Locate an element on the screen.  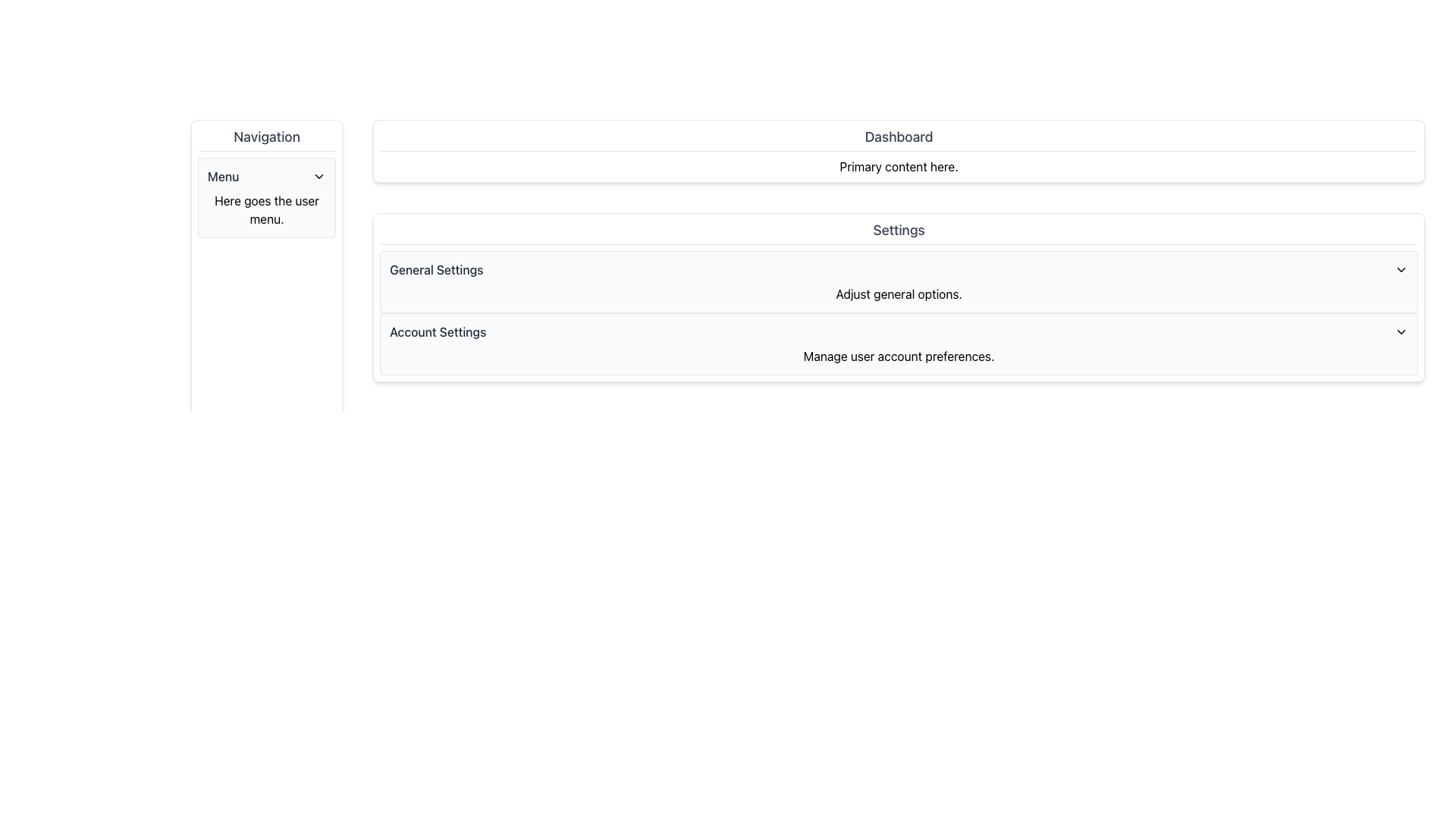
the text label displaying 'Adjust general options.' located beneath the 'General Settings' title in the center area of the layout is located at coordinates (899, 294).